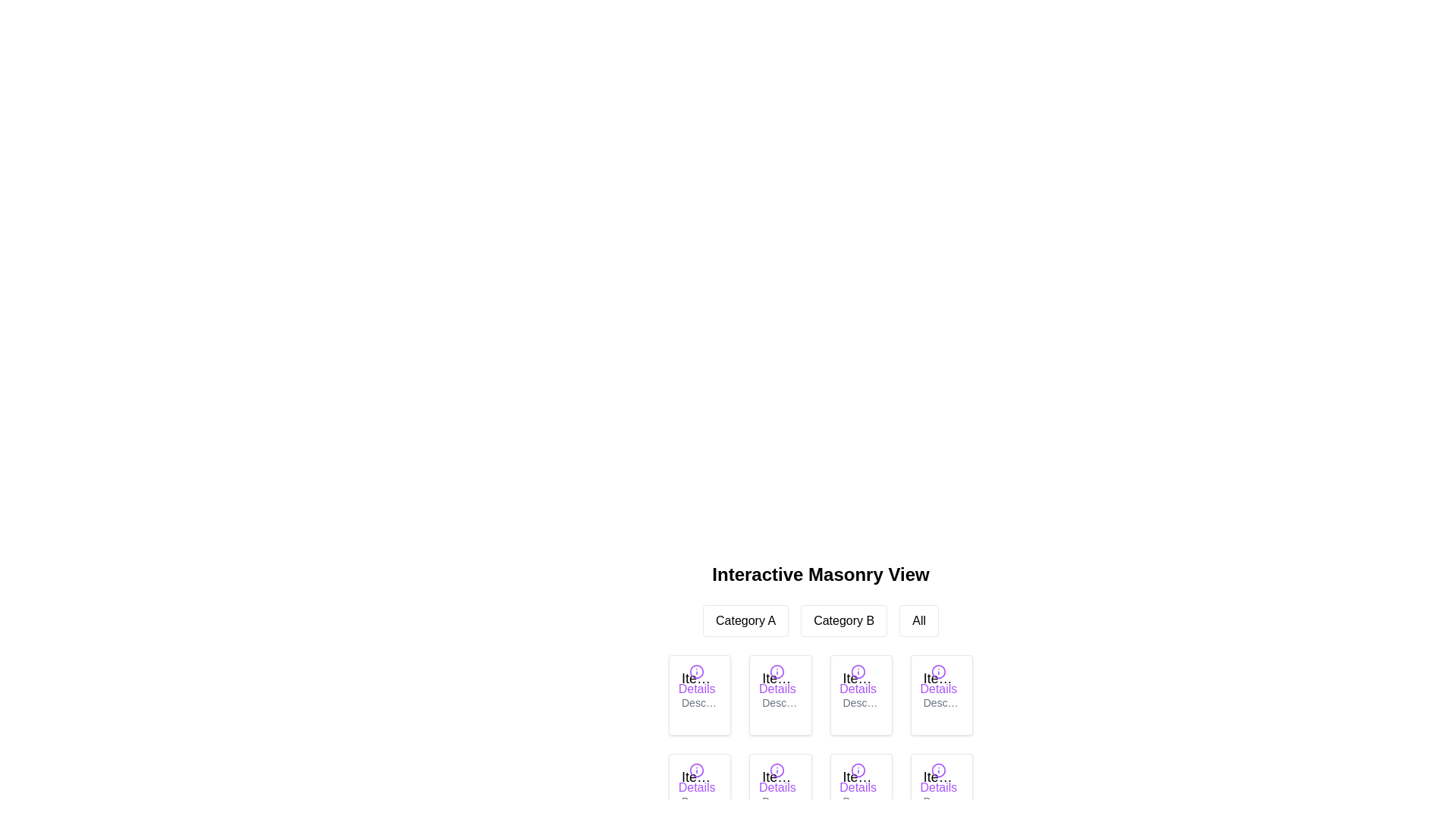 The height and width of the screenshot is (819, 1456). Describe the element at coordinates (745, 620) in the screenshot. I see `the 'Category A' button, which is a rectangular button with rounded corners and a border` at that location.